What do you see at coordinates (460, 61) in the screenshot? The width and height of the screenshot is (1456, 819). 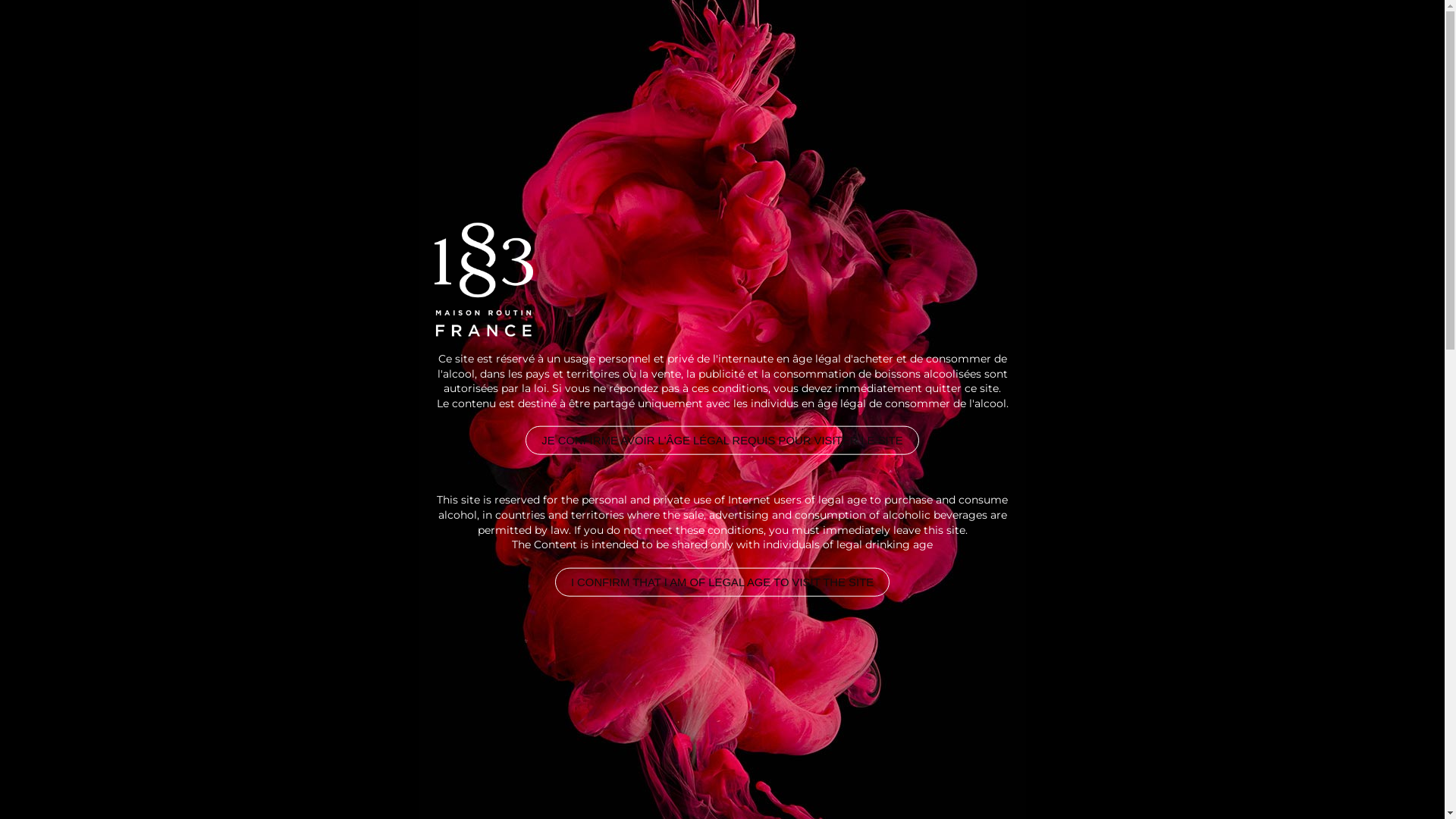 I see `'THE 1883 SIGNATURE'` at bounding box center [460, 61].